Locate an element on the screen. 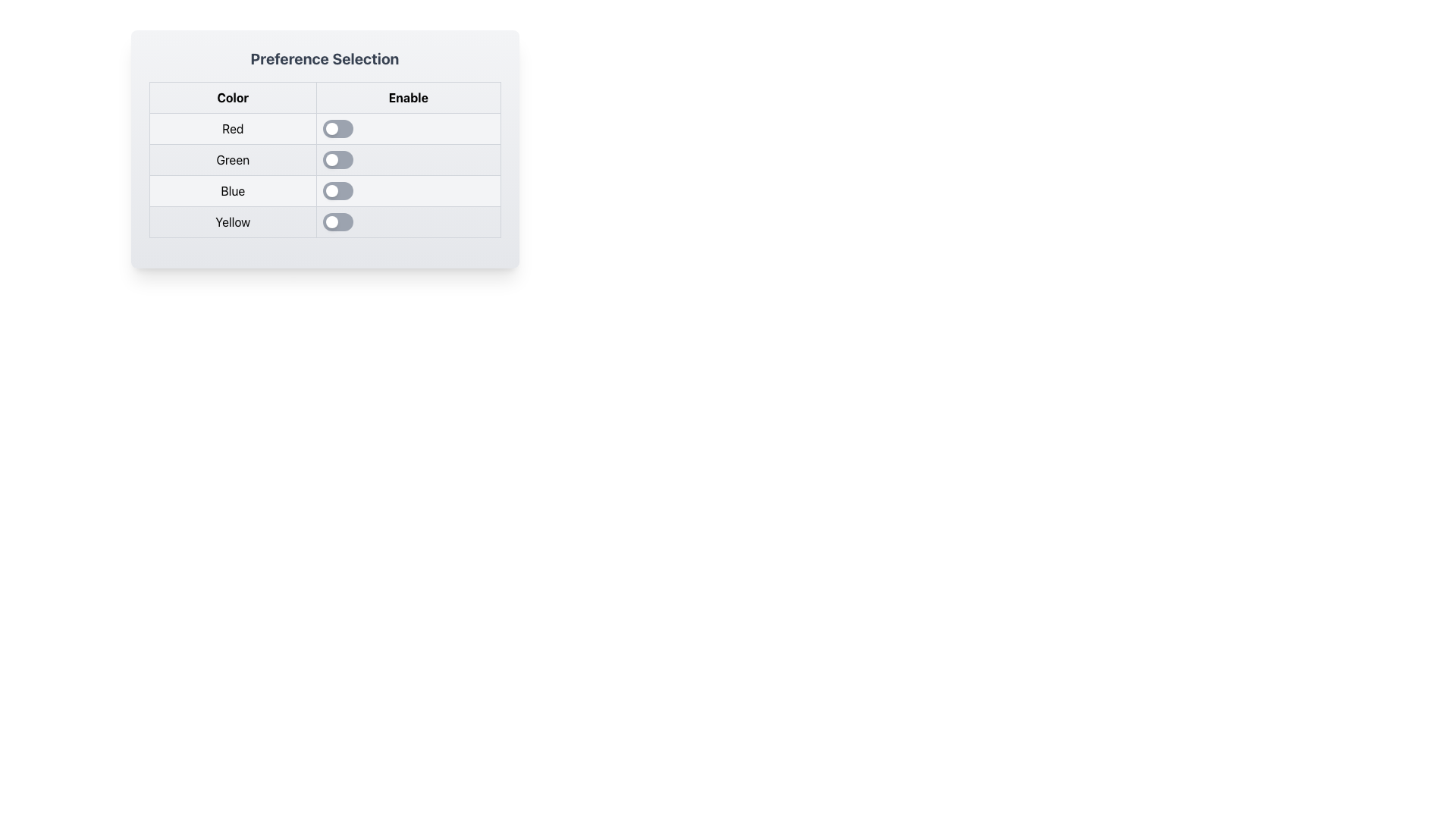 This screenshot has height=819, width=1456. the toggle switch labeled 'Yellow' in the 'Enable' column of the 'Preference Selection' table is located at coordinates (324, 222).